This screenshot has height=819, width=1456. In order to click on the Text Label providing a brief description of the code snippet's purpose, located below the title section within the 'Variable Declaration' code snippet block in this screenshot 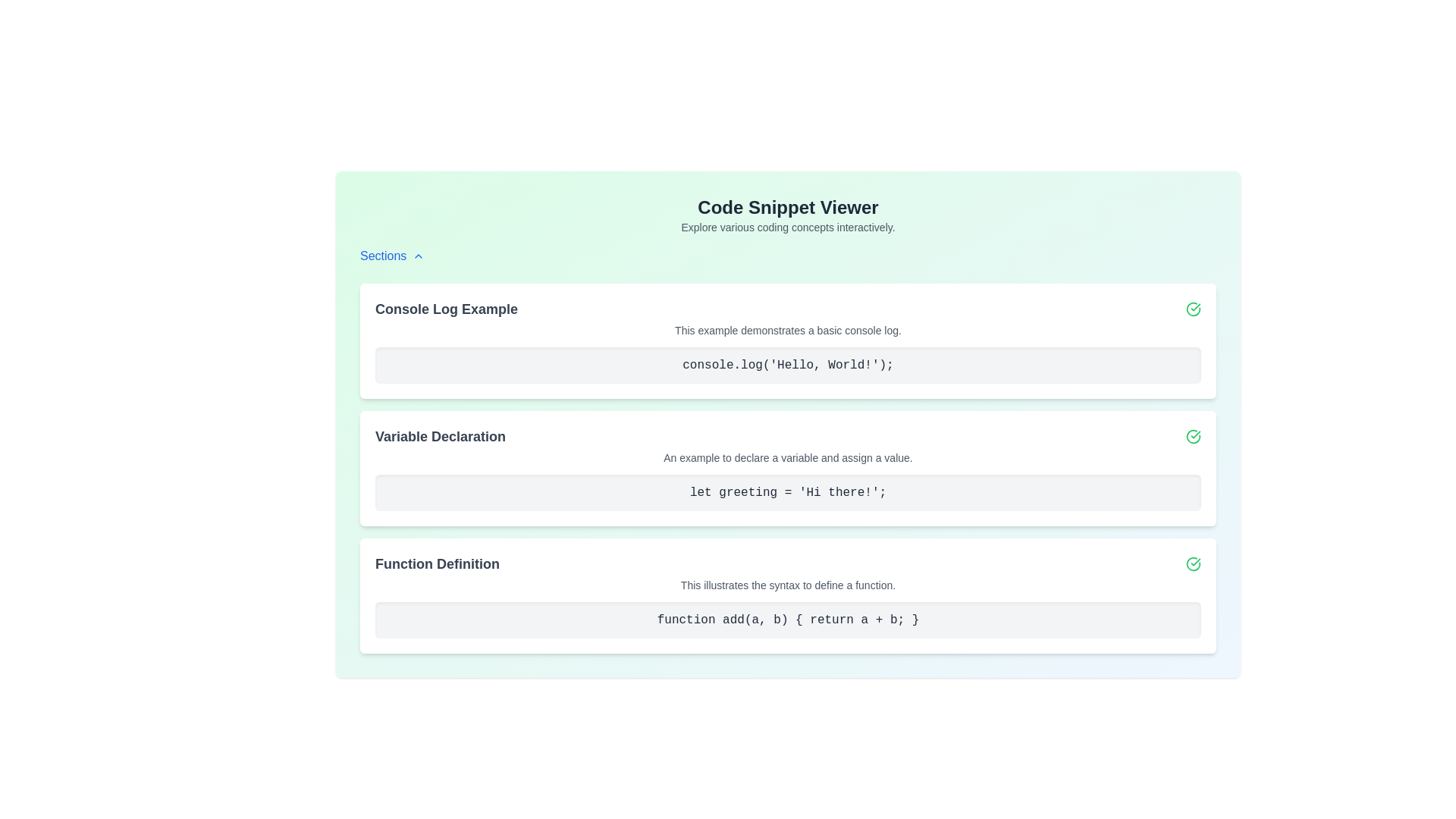, I will do `click(788, 457)`.